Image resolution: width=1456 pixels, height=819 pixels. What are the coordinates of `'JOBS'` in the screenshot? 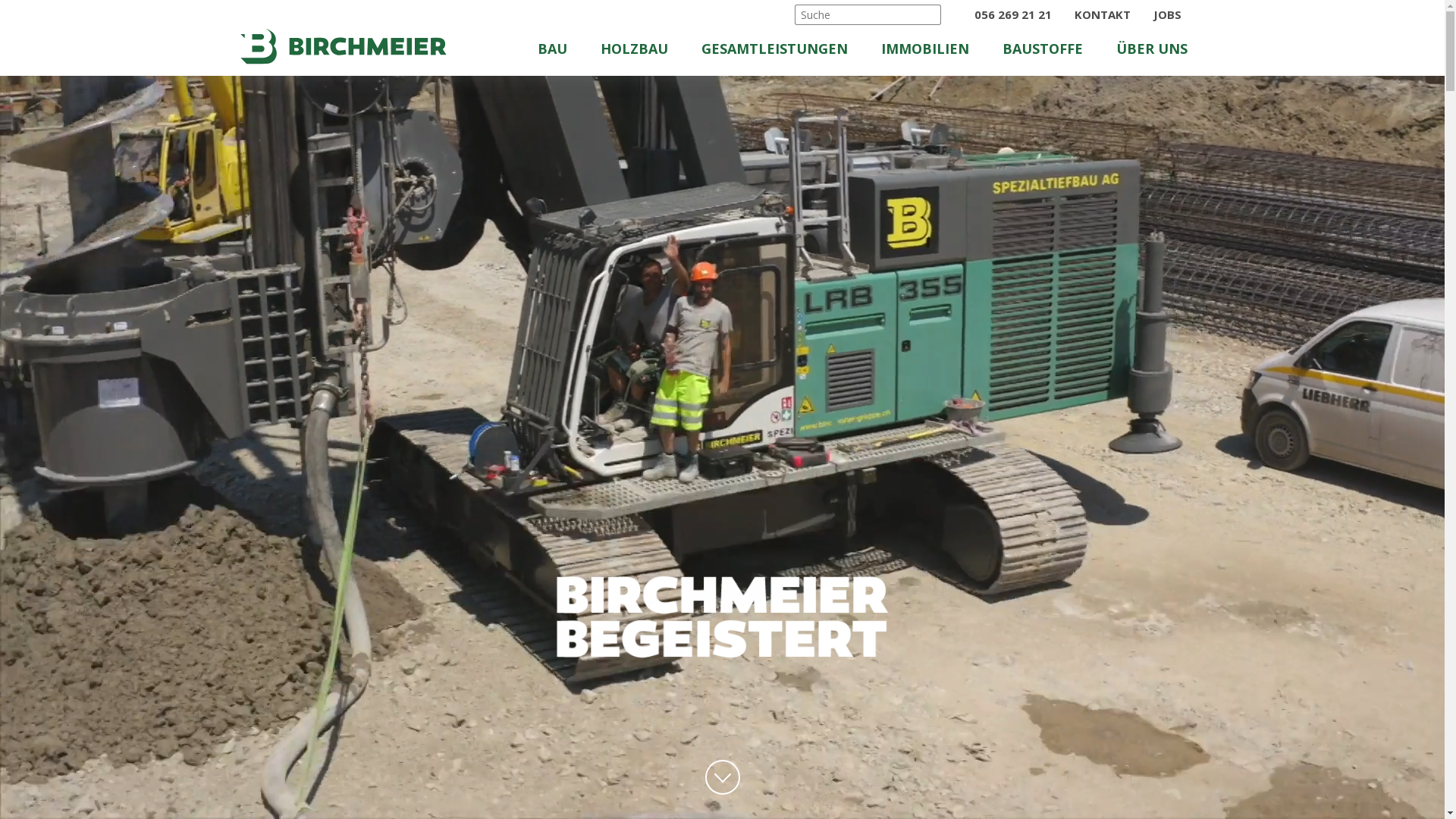 It's located at (1166, 14).